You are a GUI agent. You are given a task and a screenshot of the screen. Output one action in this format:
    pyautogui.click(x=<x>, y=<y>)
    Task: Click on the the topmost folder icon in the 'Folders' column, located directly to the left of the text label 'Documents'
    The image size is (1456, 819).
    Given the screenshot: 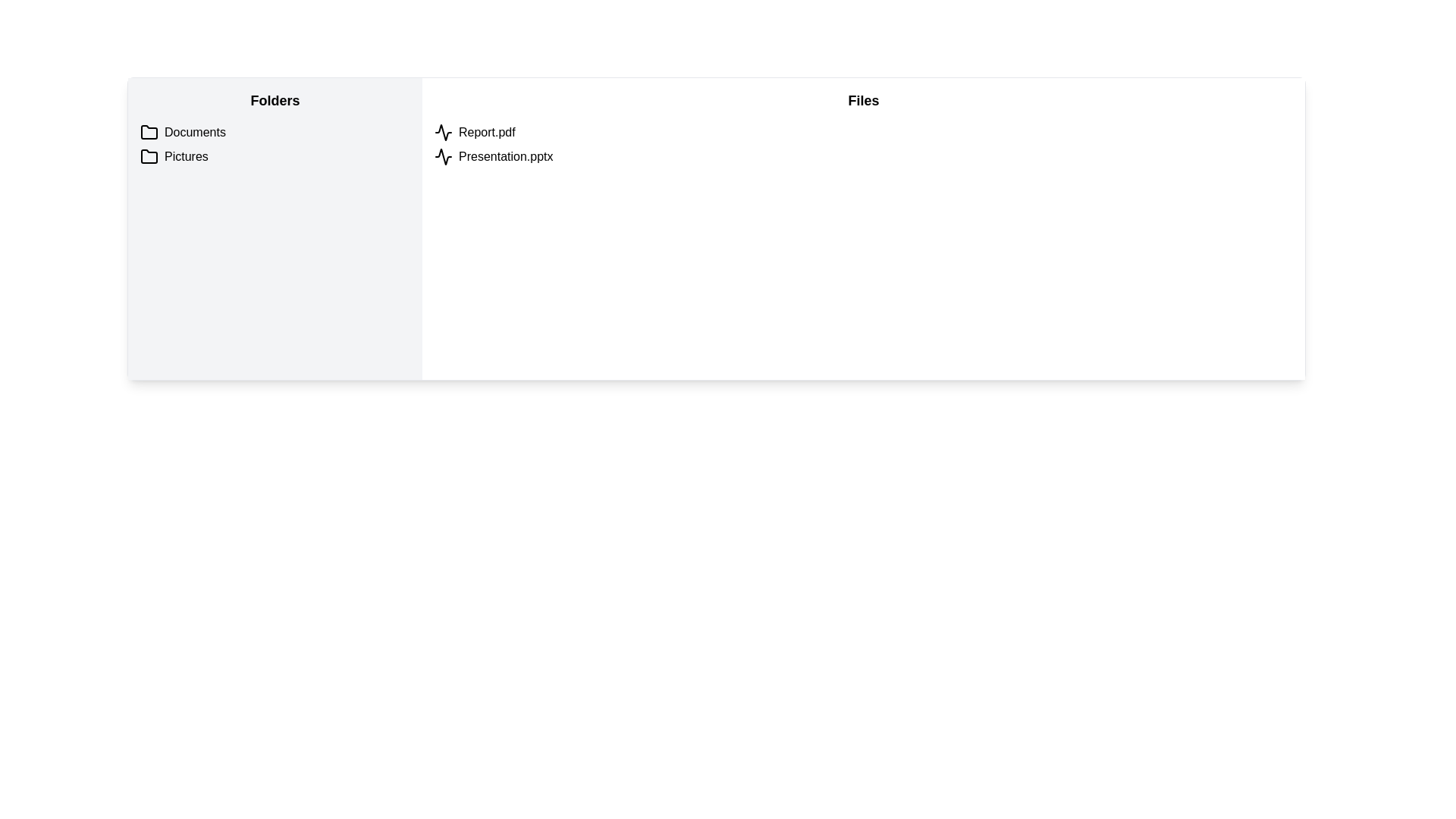 What is the action you would take?
    pyautogui.click(x=149, y=131)
    